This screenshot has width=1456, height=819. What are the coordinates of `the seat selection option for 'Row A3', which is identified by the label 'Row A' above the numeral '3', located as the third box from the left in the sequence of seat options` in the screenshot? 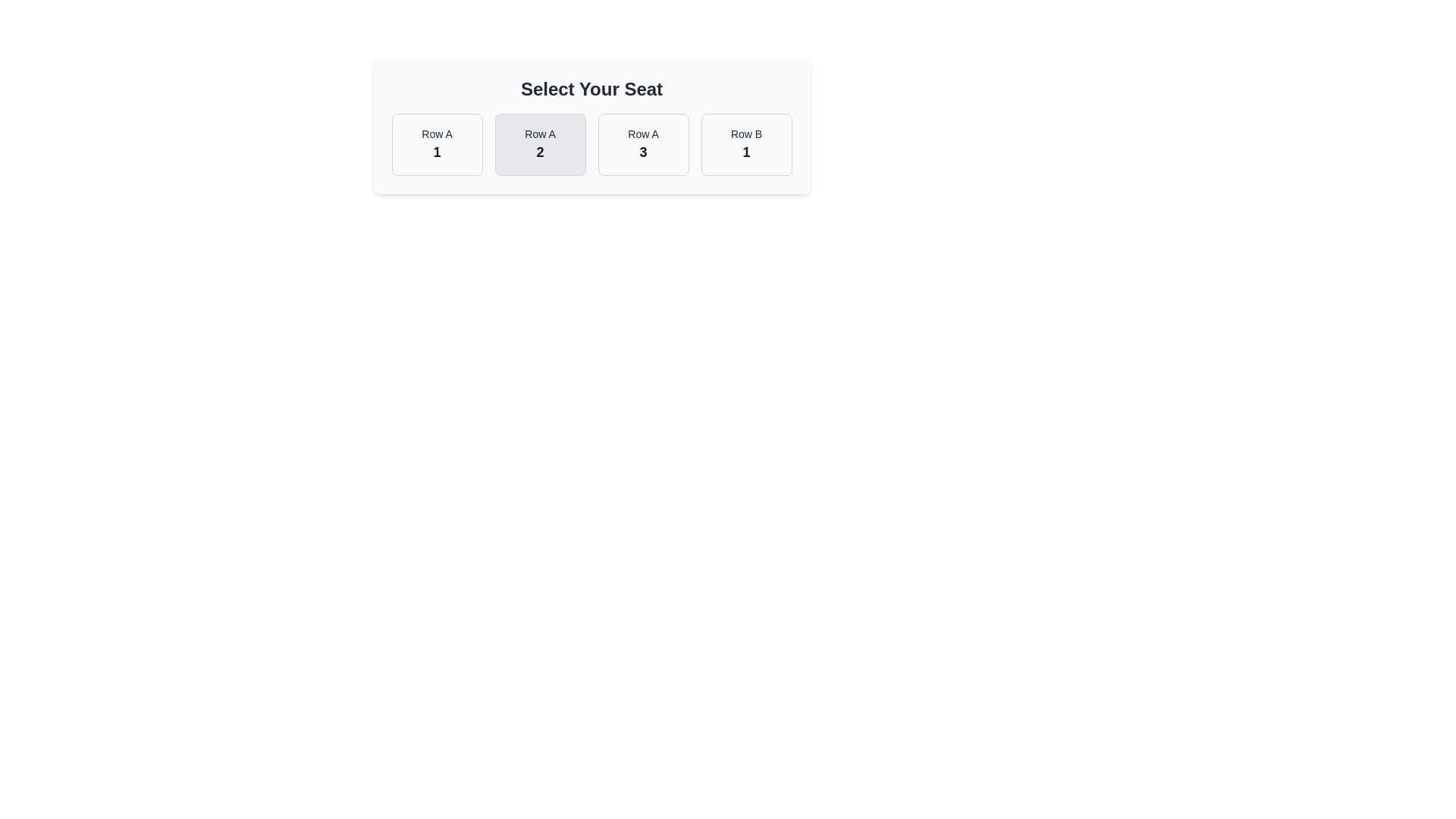 It's located at (643, 145).